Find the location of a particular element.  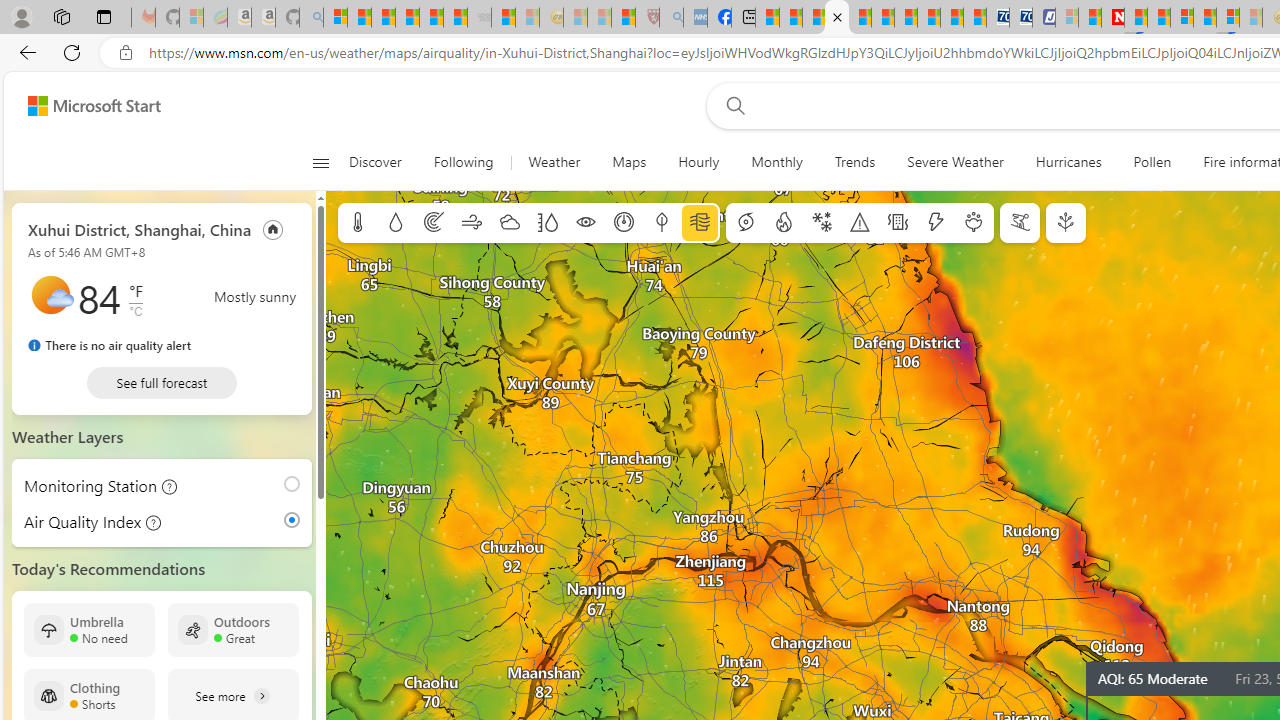

'Outdoors Great' is located at coordinates (233, 630).